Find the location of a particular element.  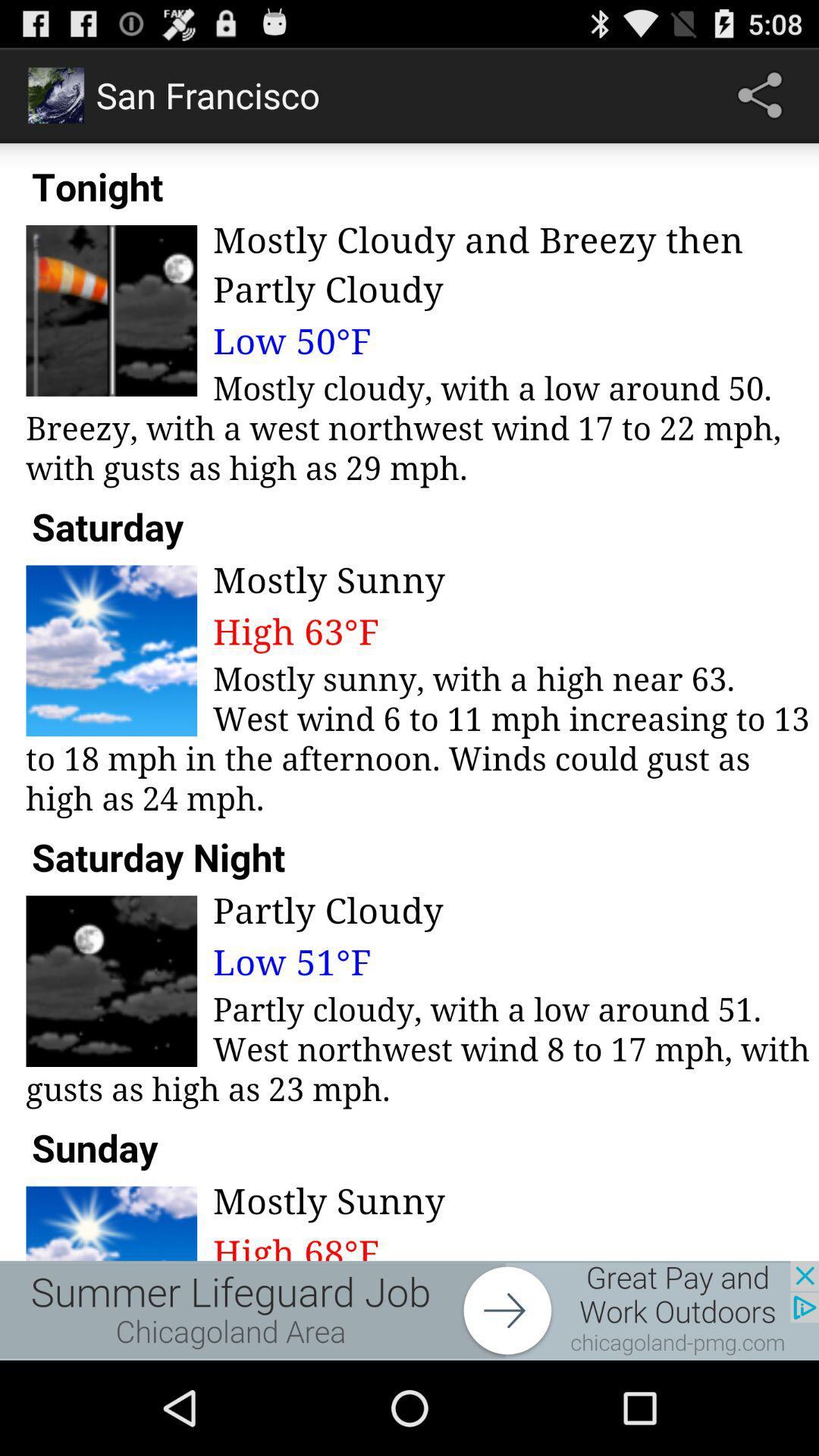

learn about this product is located at coordinates (409, 1310).